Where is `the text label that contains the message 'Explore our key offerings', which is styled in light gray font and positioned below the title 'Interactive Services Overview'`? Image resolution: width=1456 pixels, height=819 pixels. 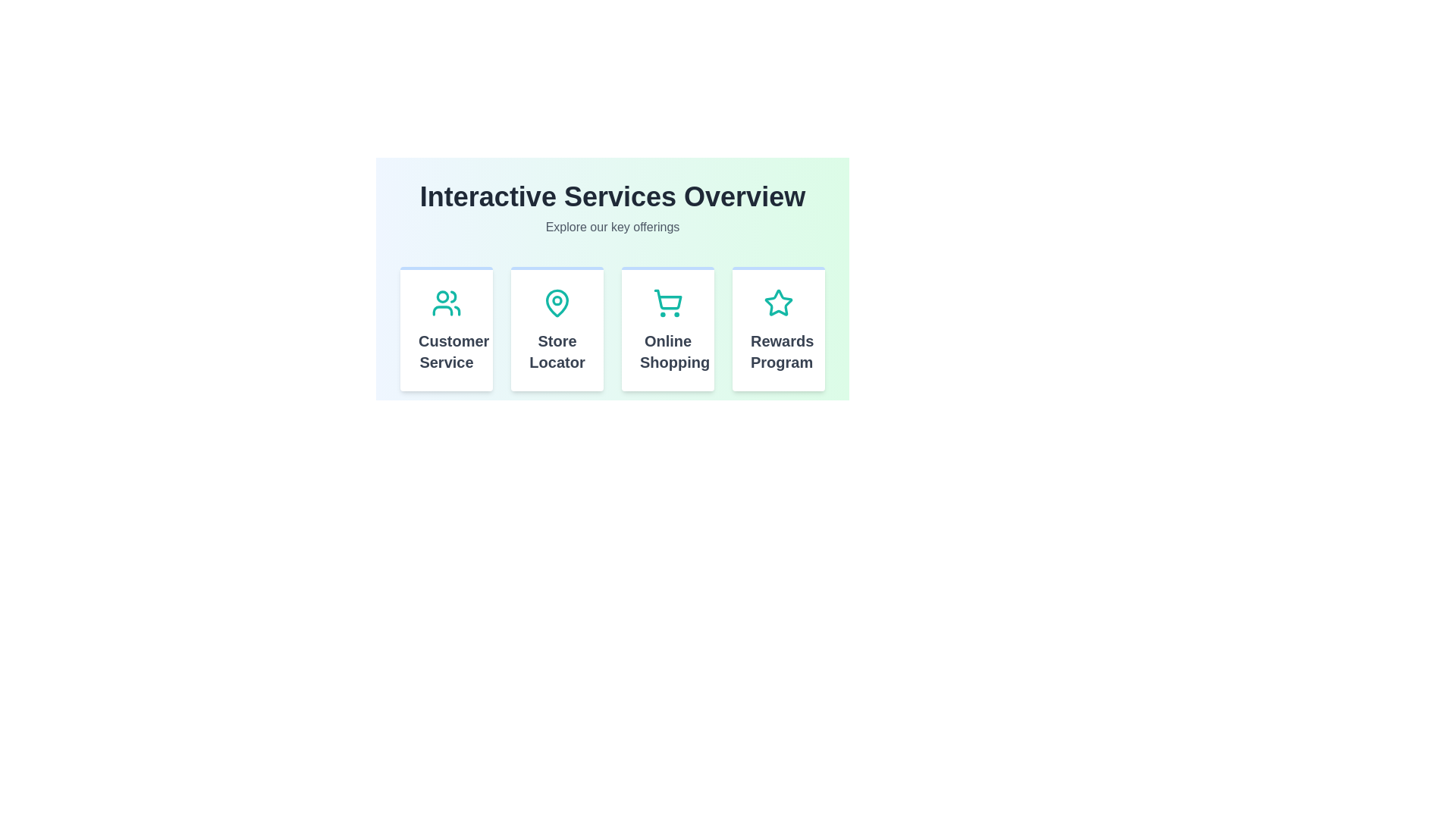 the text label that contains the message 'Explore our key offerings', which is styled in light gray font and positioned below the title 'Interactive Services Overview' is located at coordinates (612, 227).